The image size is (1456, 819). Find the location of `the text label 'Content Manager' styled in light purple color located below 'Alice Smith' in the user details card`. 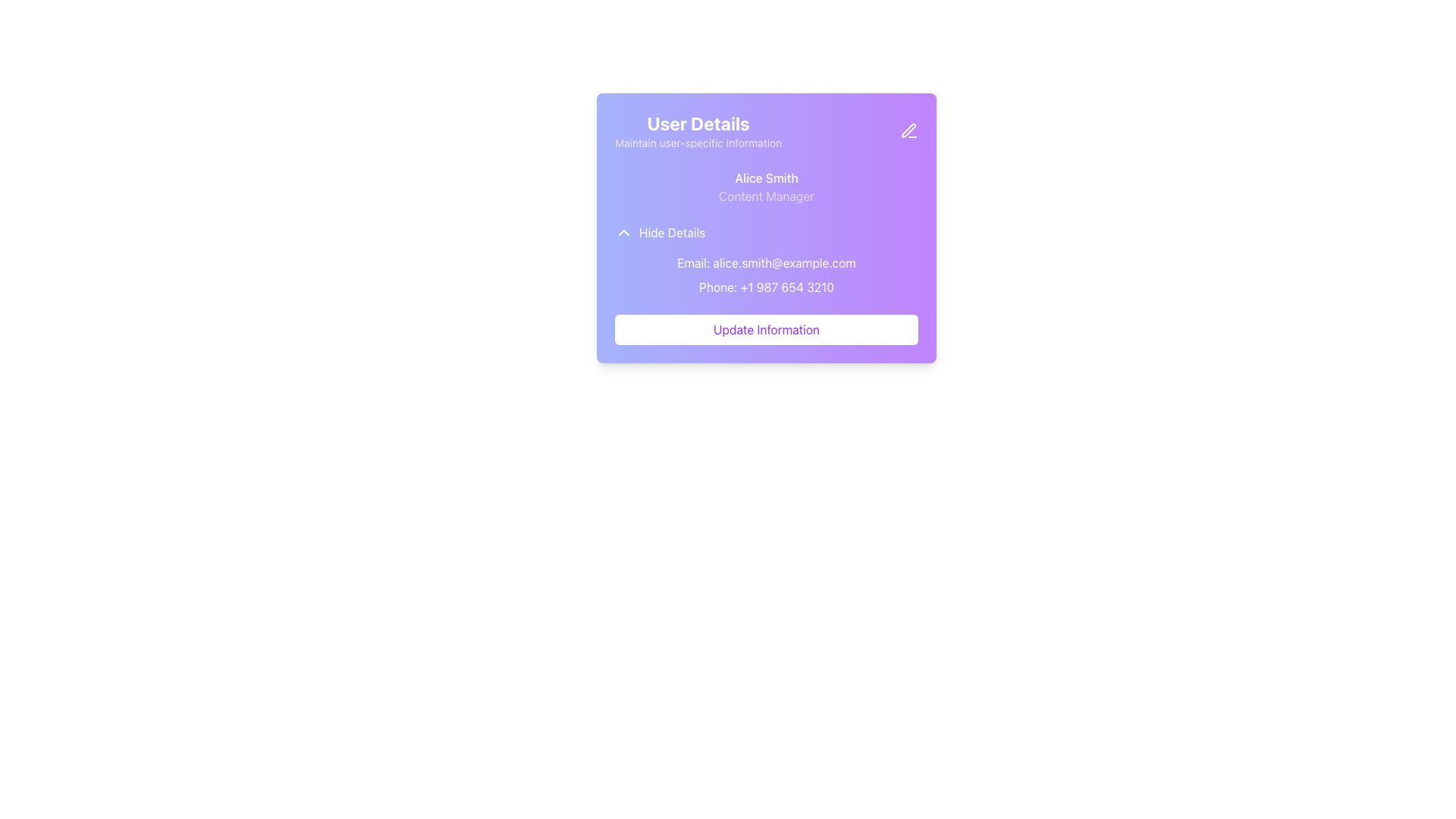

the text label 'Content Manager' styled in light purple color located below 'Alice Smith' in the user details card is located at coordinates (767, 195).